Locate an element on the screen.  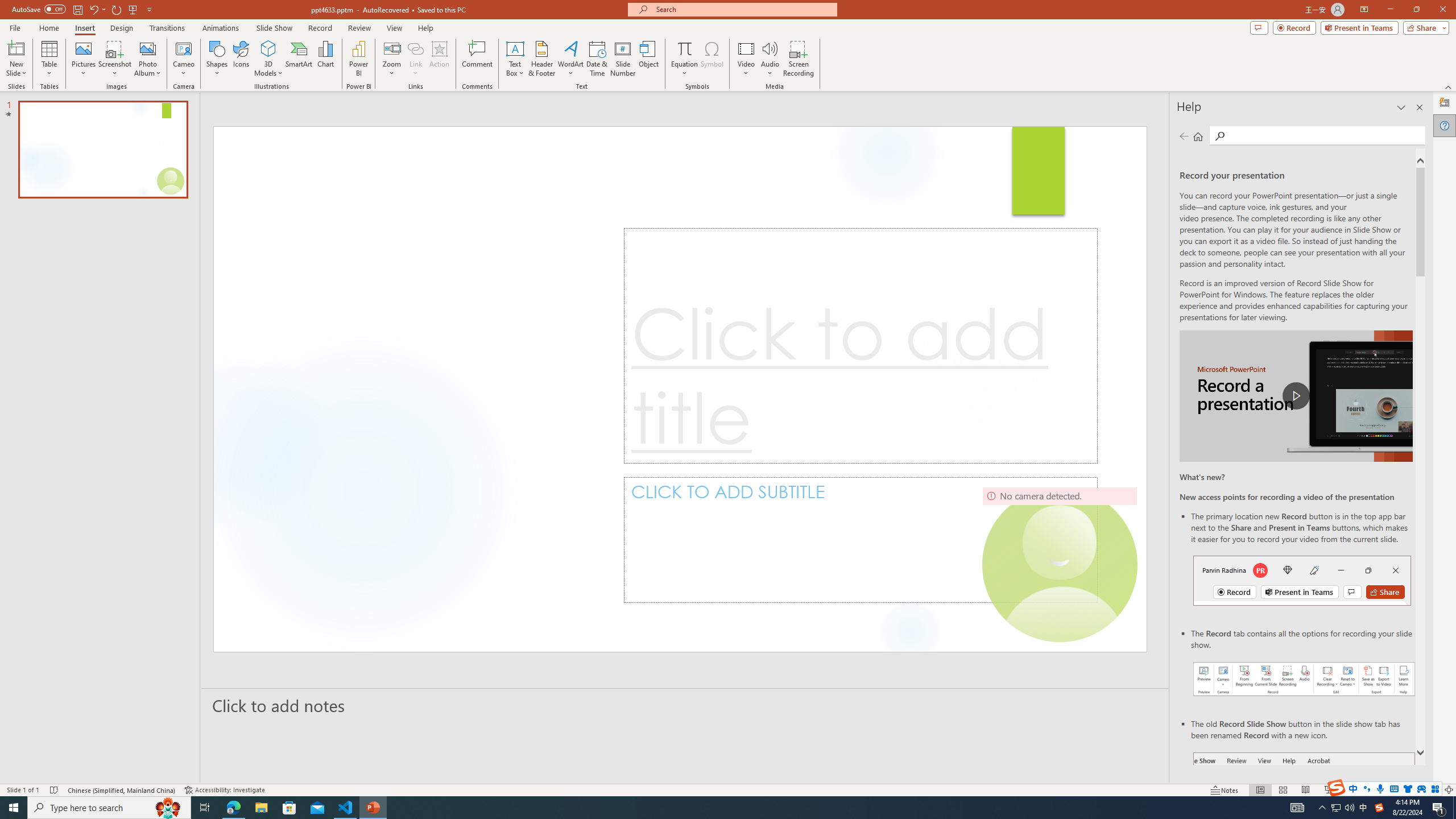
'Object...' is located at coordinates (649, 59).